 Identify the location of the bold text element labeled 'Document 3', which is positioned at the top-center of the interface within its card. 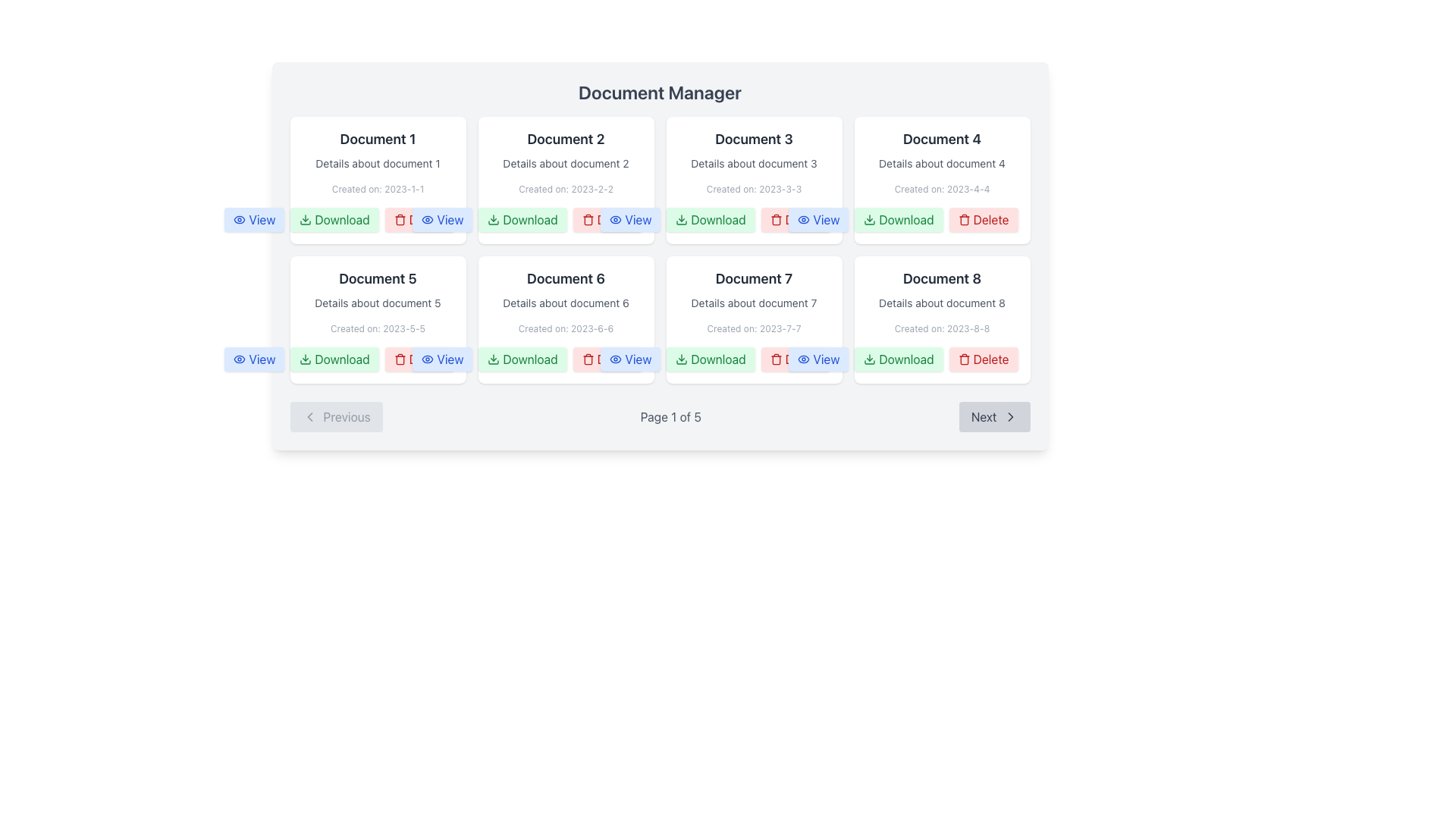
(754, 140).